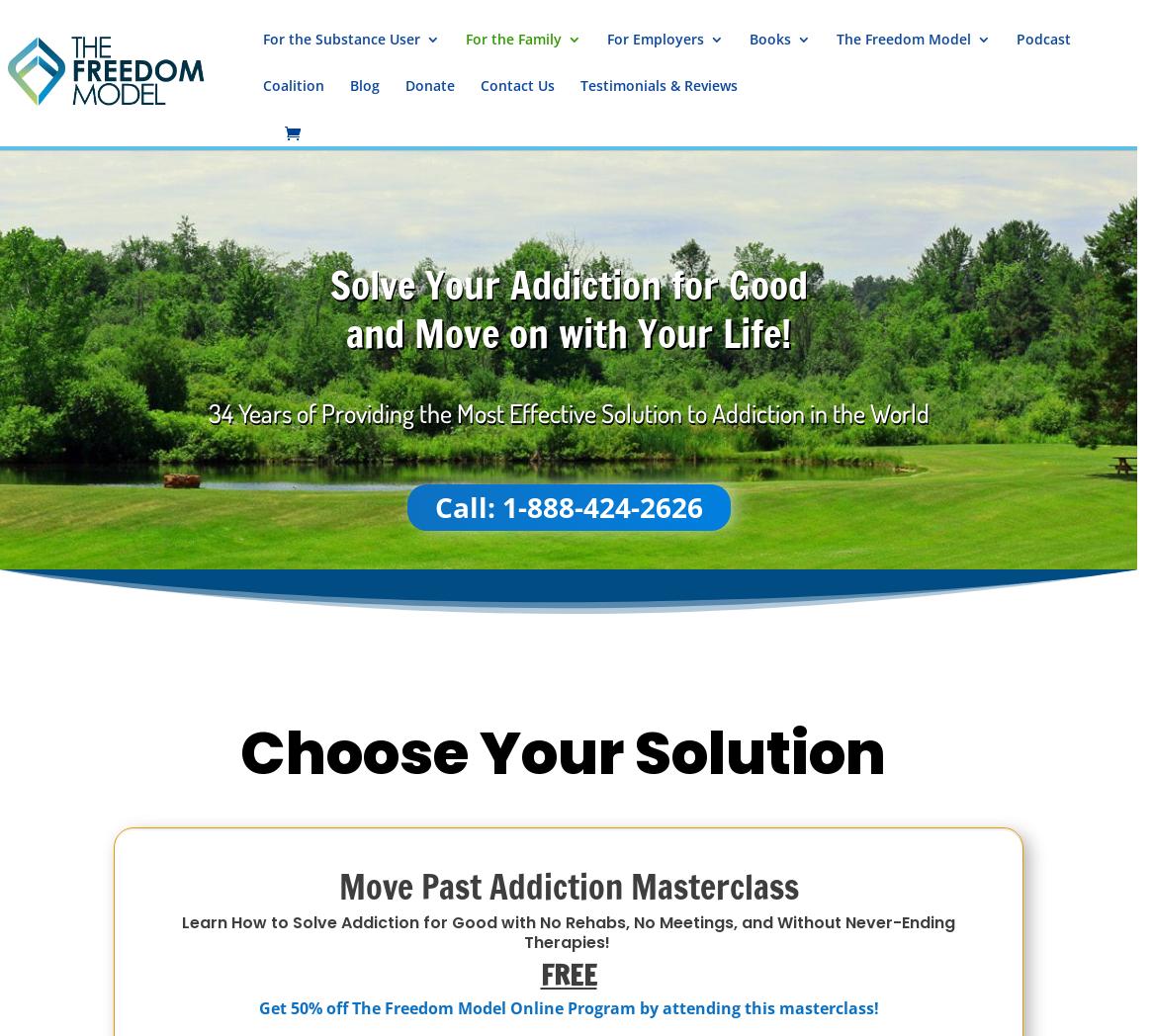 This screenshot has width=1153, height=1036. I want to click on 'For the Family', so click(513, 38).